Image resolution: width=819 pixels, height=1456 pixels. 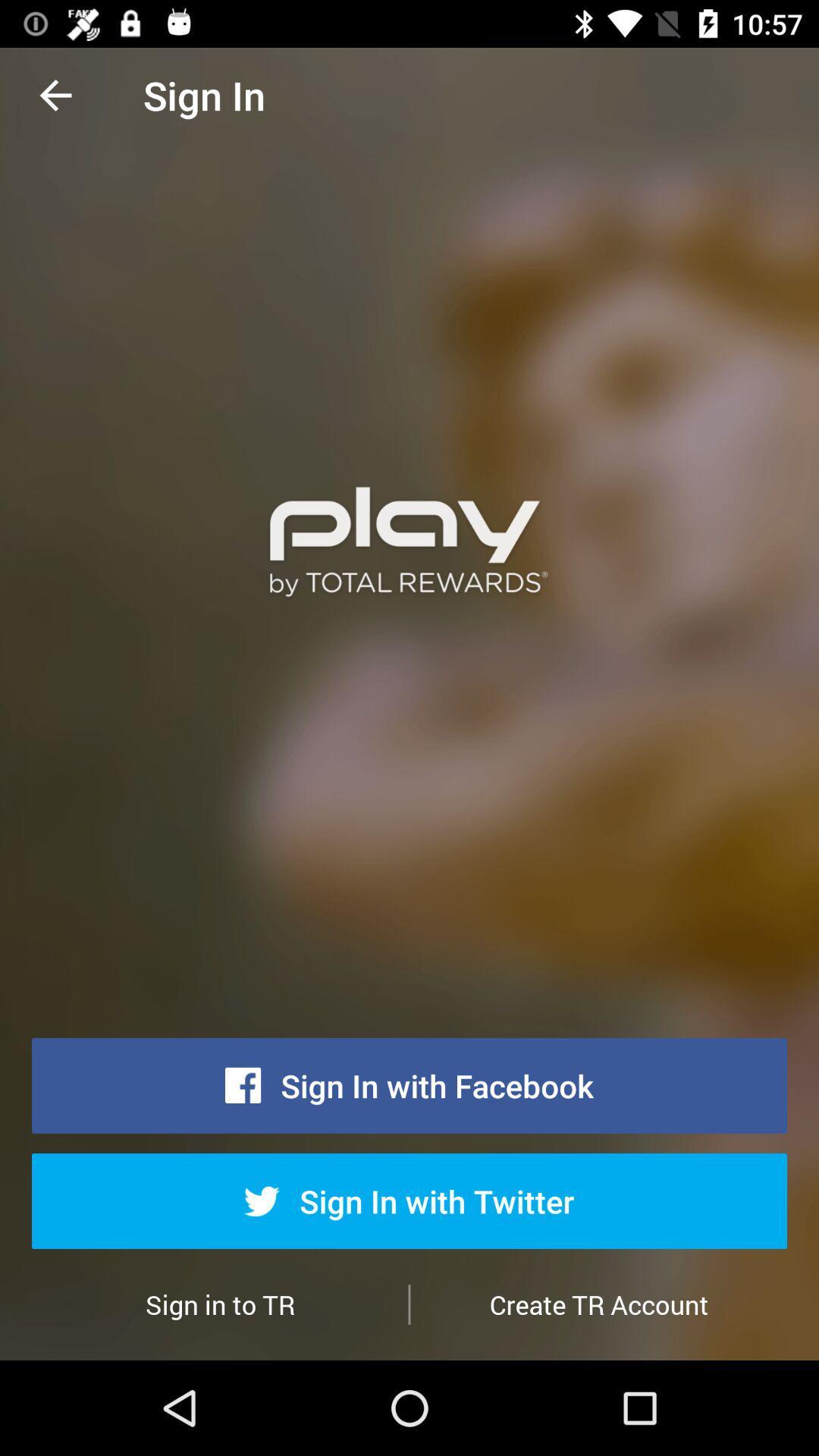 What do you see at coordinates (598, 1304) in the screenshot?
I see `the item at the bottom right corner` at bounding box center [598, 1304].